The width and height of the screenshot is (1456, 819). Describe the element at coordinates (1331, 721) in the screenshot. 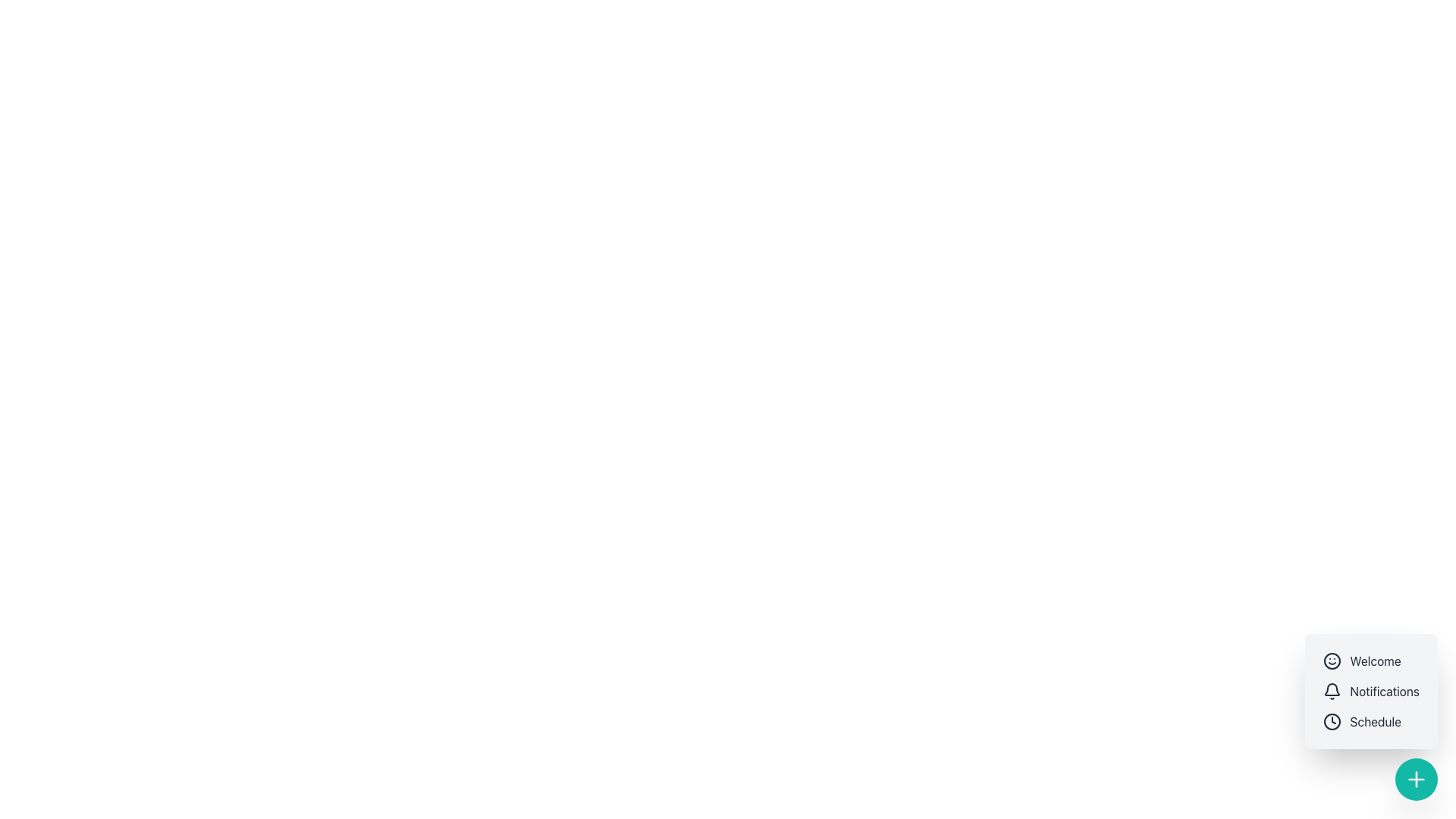

I see `the circular SVG component representing the outer border of the clock icon, which is part of the clock-like visual design adjacent to the 'Schedule' text in the floating menu box` at that location.